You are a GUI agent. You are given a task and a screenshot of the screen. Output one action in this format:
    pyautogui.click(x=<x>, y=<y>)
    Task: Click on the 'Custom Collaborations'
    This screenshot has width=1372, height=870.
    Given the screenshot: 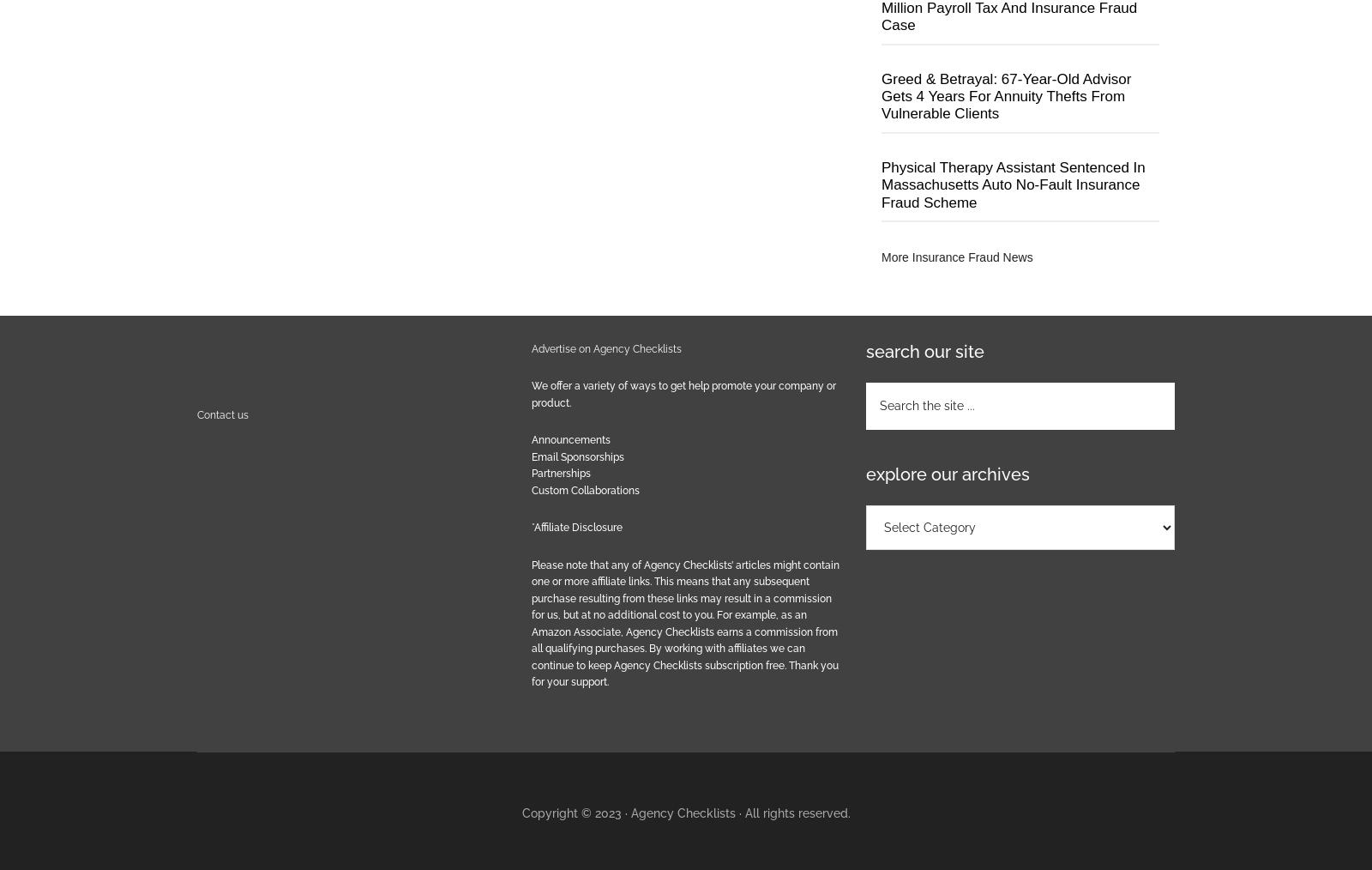 What is the action you would take?
    pyautogui.click(x=532, y=488)
    